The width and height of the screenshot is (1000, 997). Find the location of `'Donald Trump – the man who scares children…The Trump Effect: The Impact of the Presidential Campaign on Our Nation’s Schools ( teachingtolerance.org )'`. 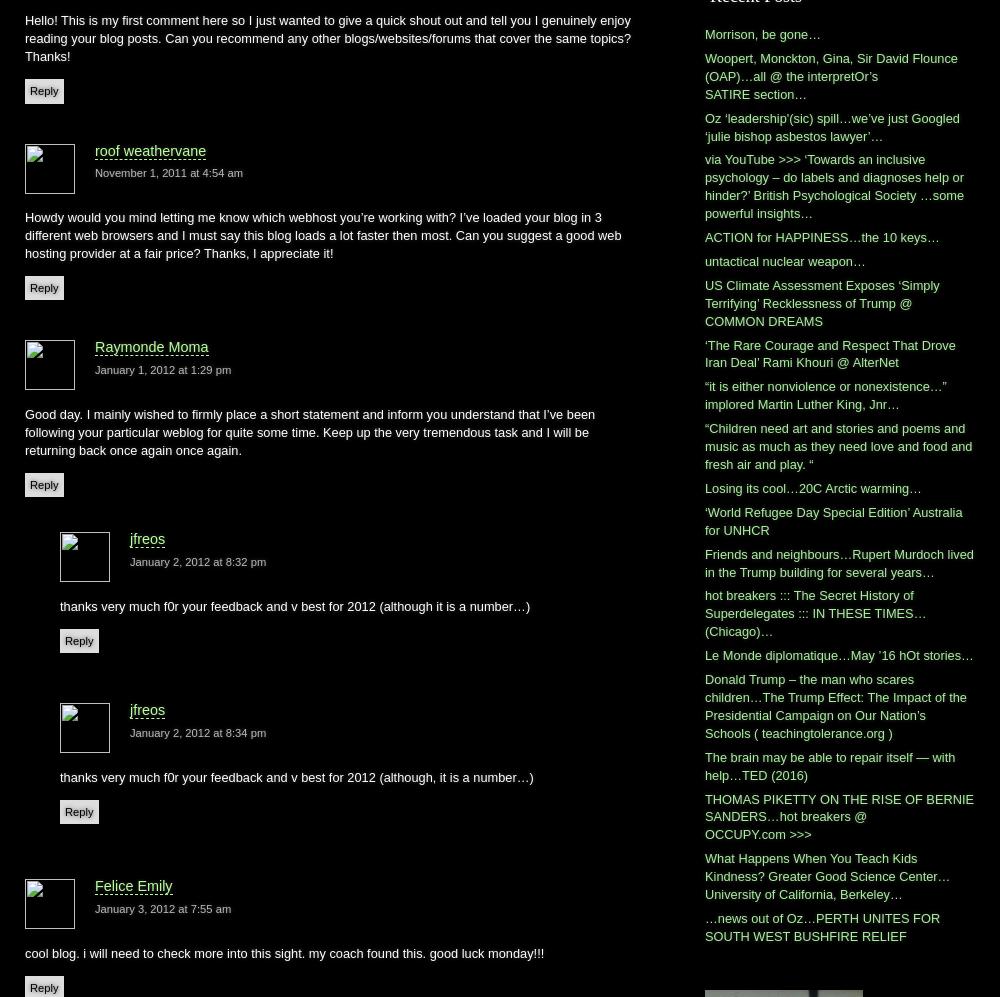

'Donald Trump – the man who scares children…The Trump Effect: The Impact of the Presidential Campaign on Our Nation’s Schools ( teachingtolerance.org )' is located at coordinates (835, 704).